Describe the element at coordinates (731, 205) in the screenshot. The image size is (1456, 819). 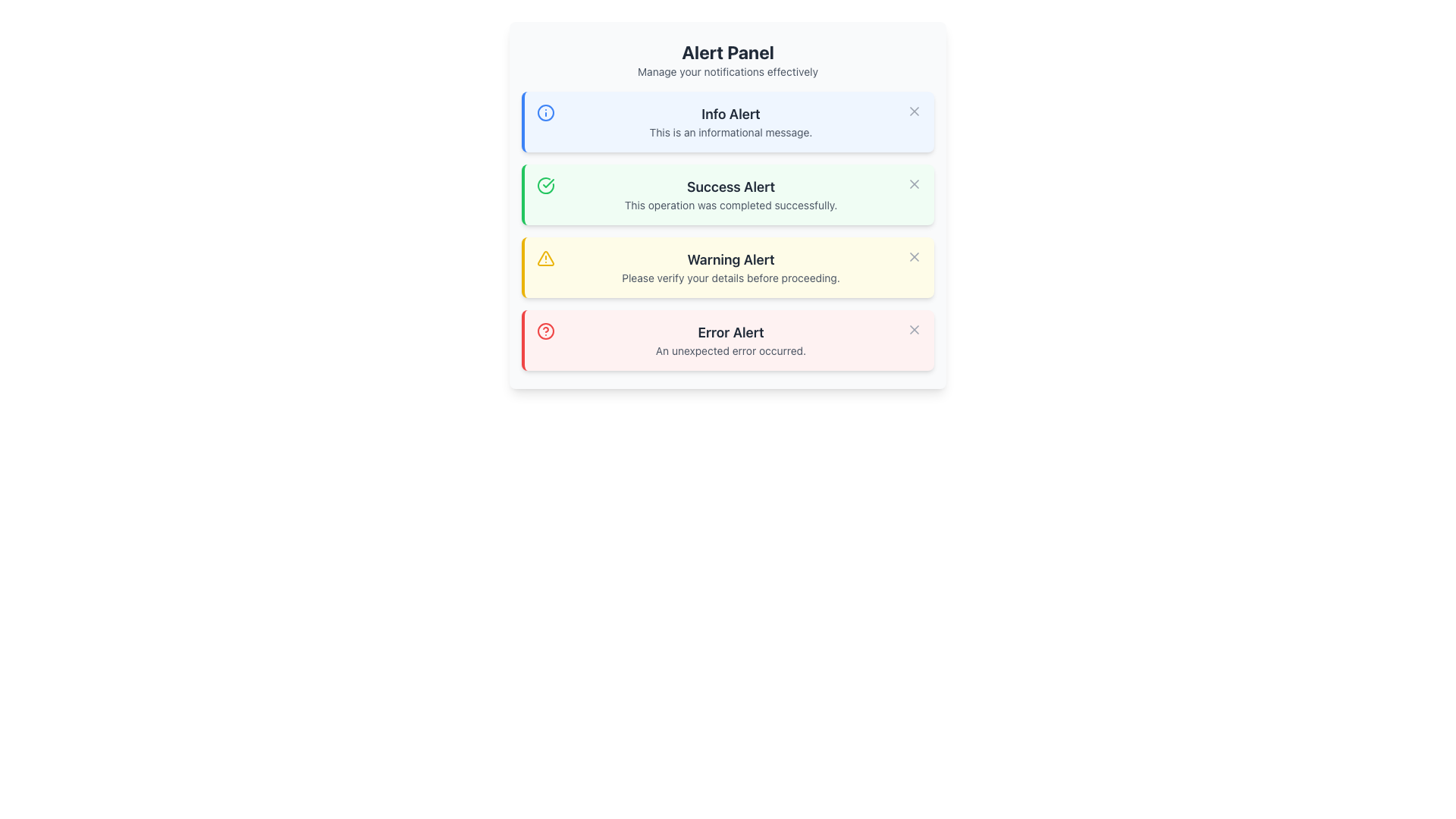
I see `the success message in the 'Success Alert' row of the notification panel, which is centered within the green-highlighted area and positioned above the closing ('X') button` at that location.